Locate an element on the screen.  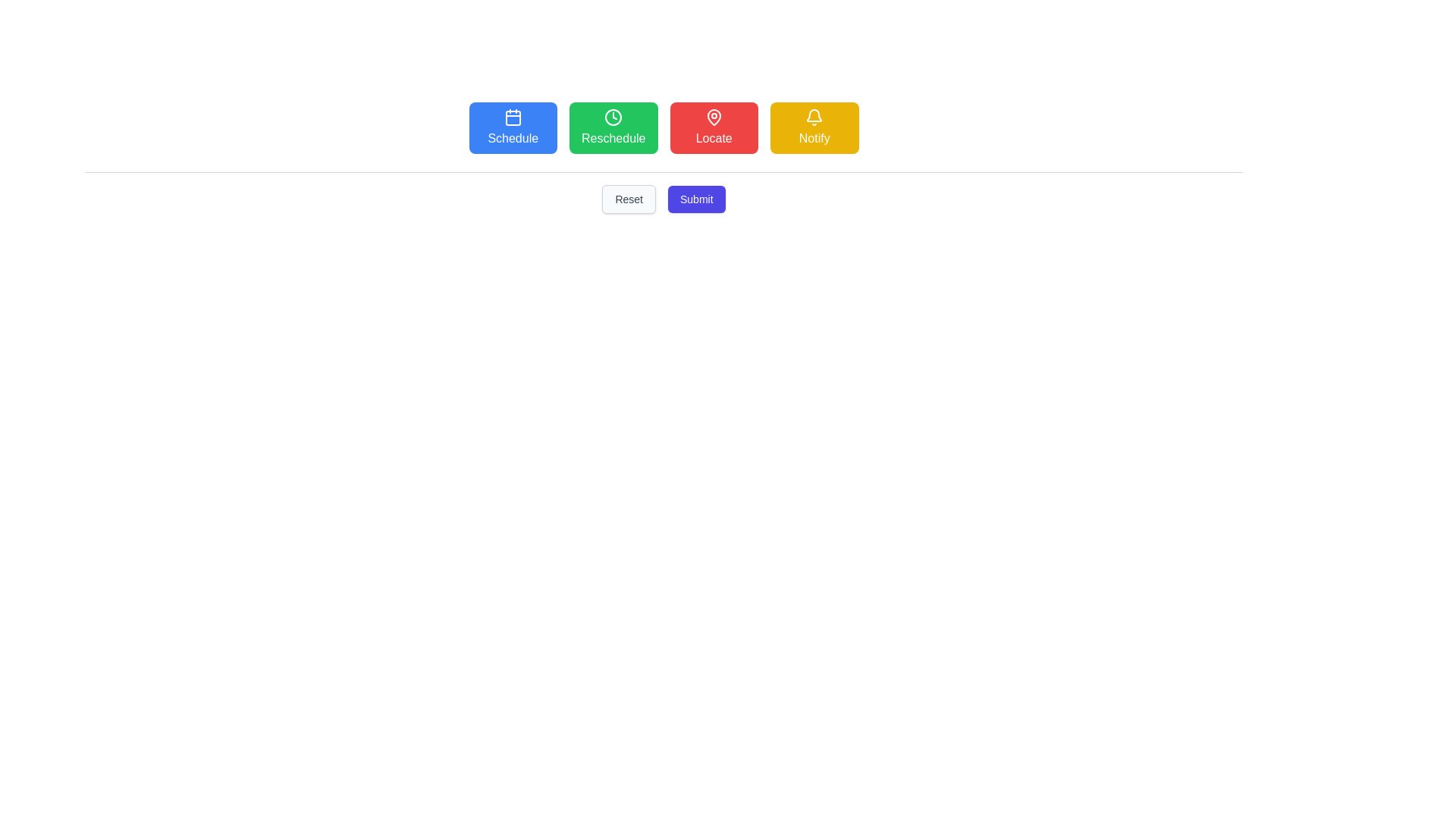
the blue calendar icon located in the top left corner of the blue 'Schedule' button is located at coordinates (513, 116).